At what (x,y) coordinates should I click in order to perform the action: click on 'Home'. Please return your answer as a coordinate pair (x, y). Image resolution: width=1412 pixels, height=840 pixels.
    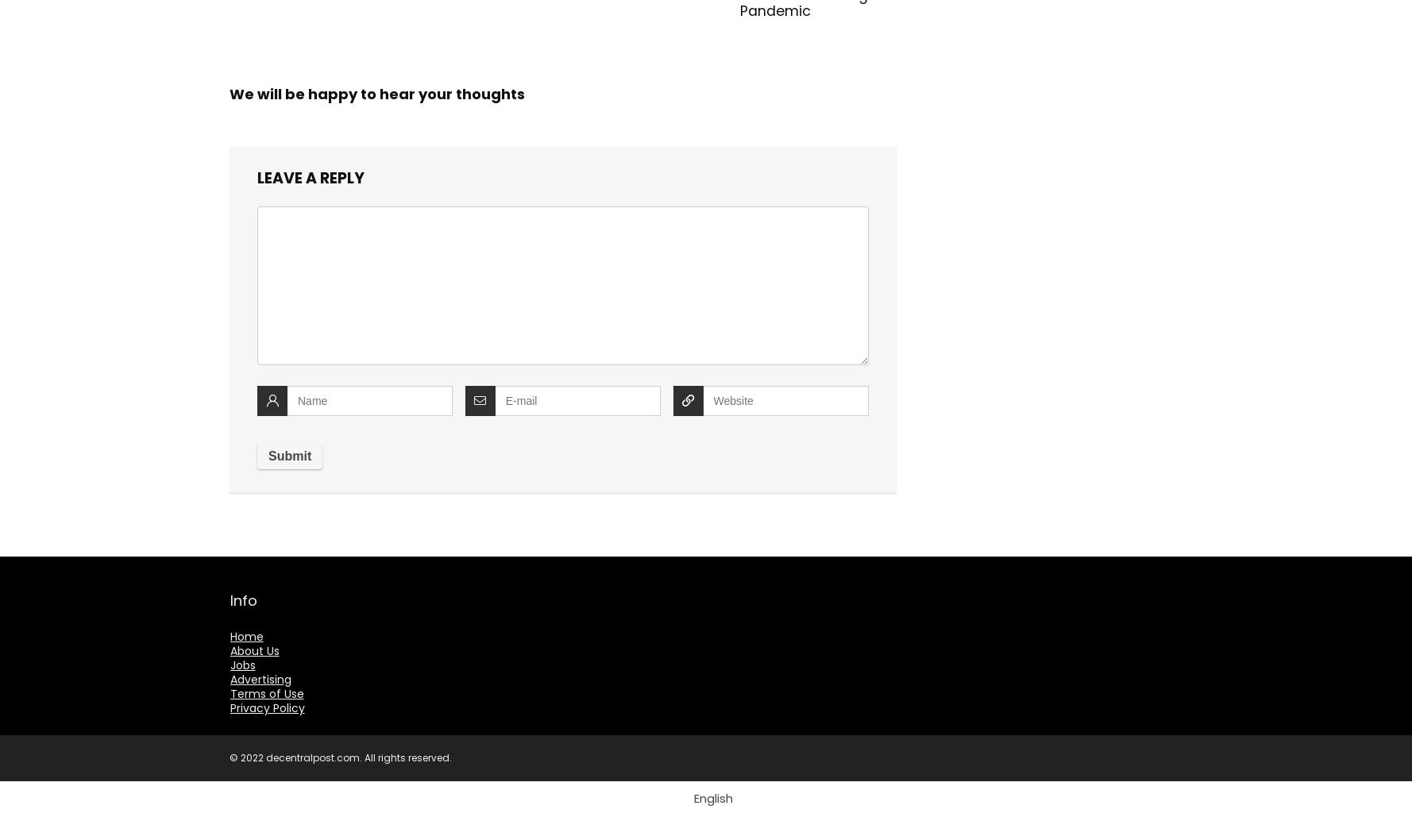
    Looking at the image, I should click on (246, 635).